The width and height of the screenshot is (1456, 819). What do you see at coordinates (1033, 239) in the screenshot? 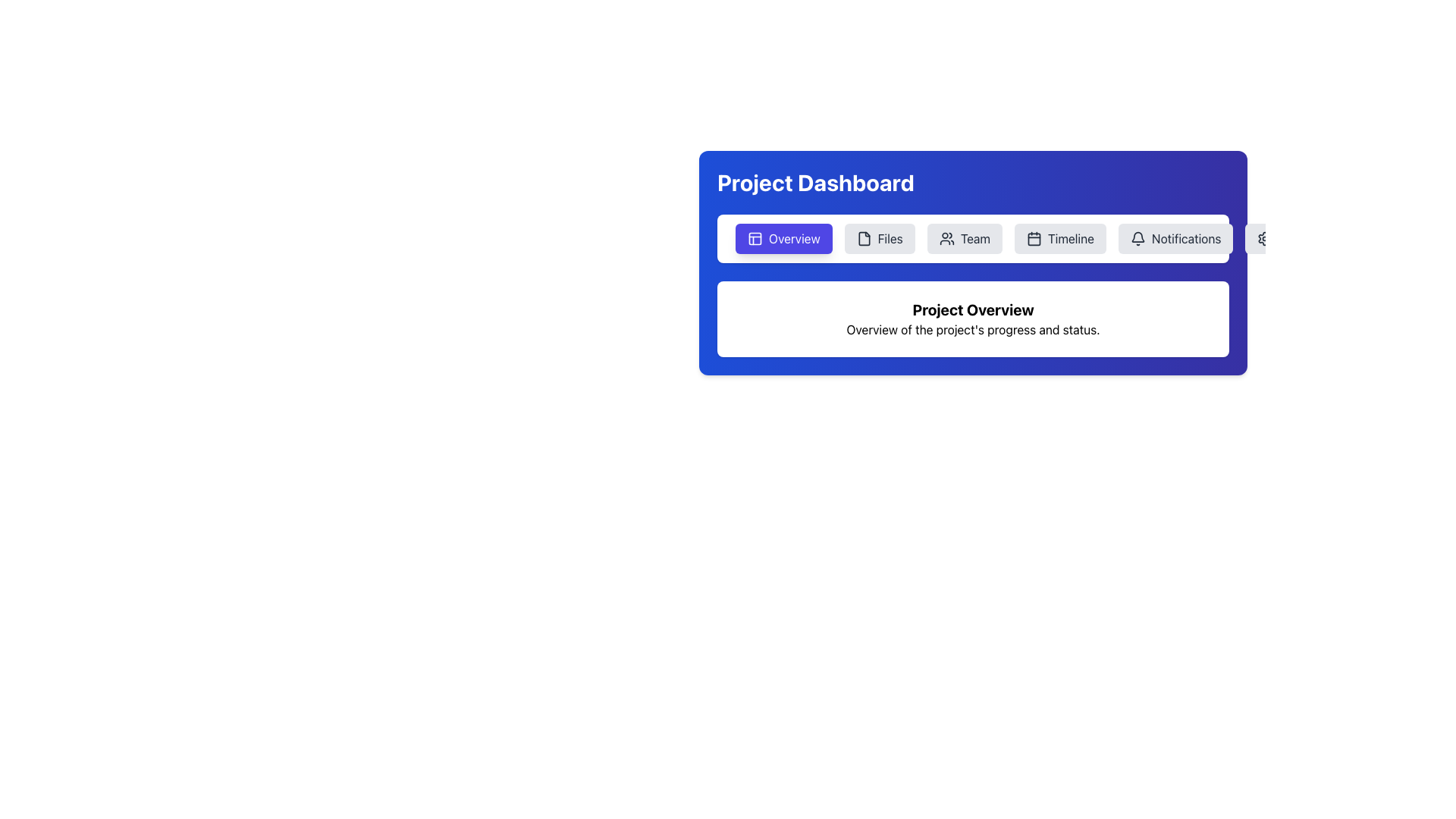
I see `the calendar icon located in the navigation bar to the left of the 'Timeline' text label` at bounding box center [1033, 239].